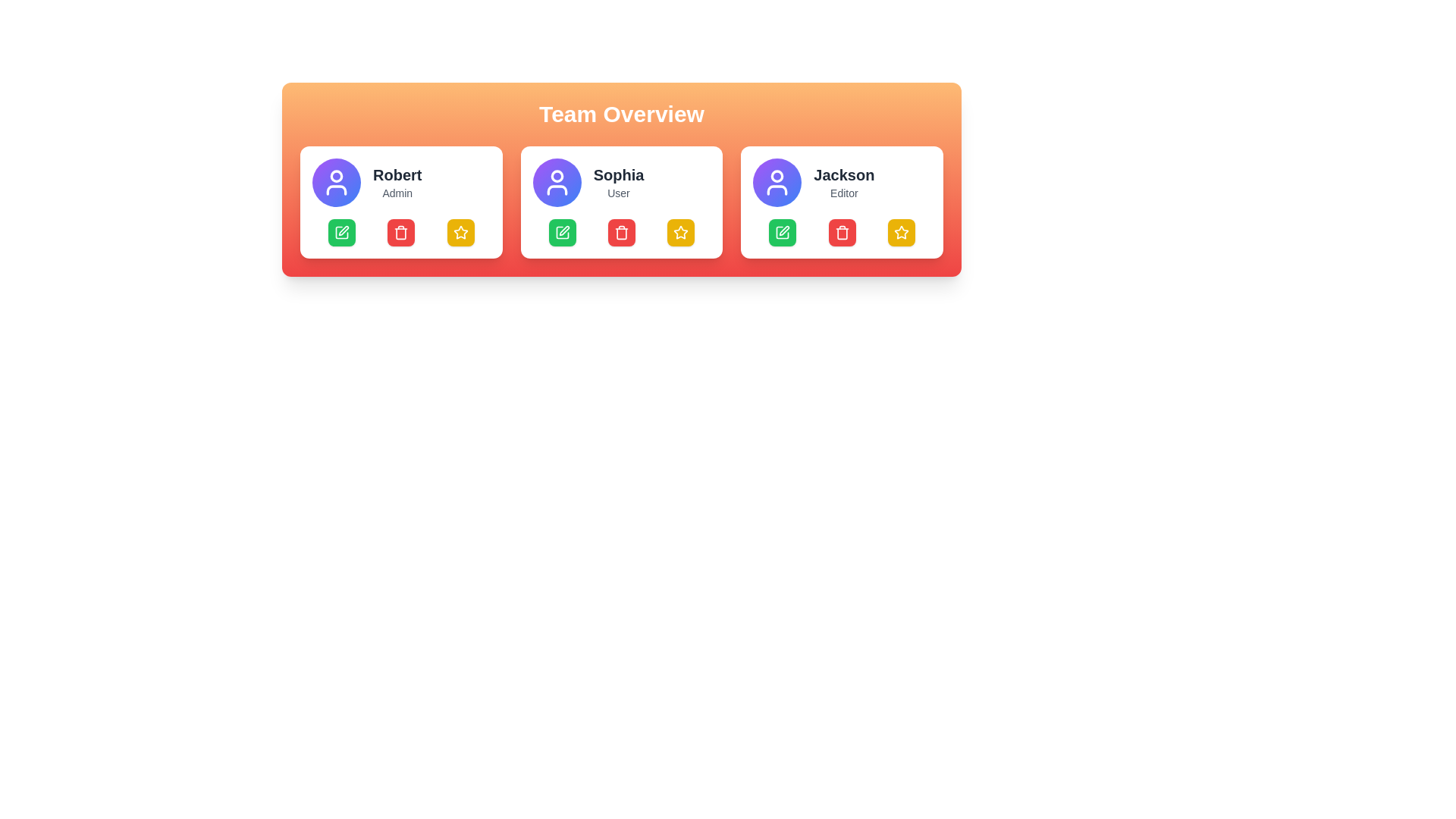 The image size is (1456, 819). I want to click on the golden-yellow star icon in the bottom-right corner of the card for 'Jackson', so click(901, 233).